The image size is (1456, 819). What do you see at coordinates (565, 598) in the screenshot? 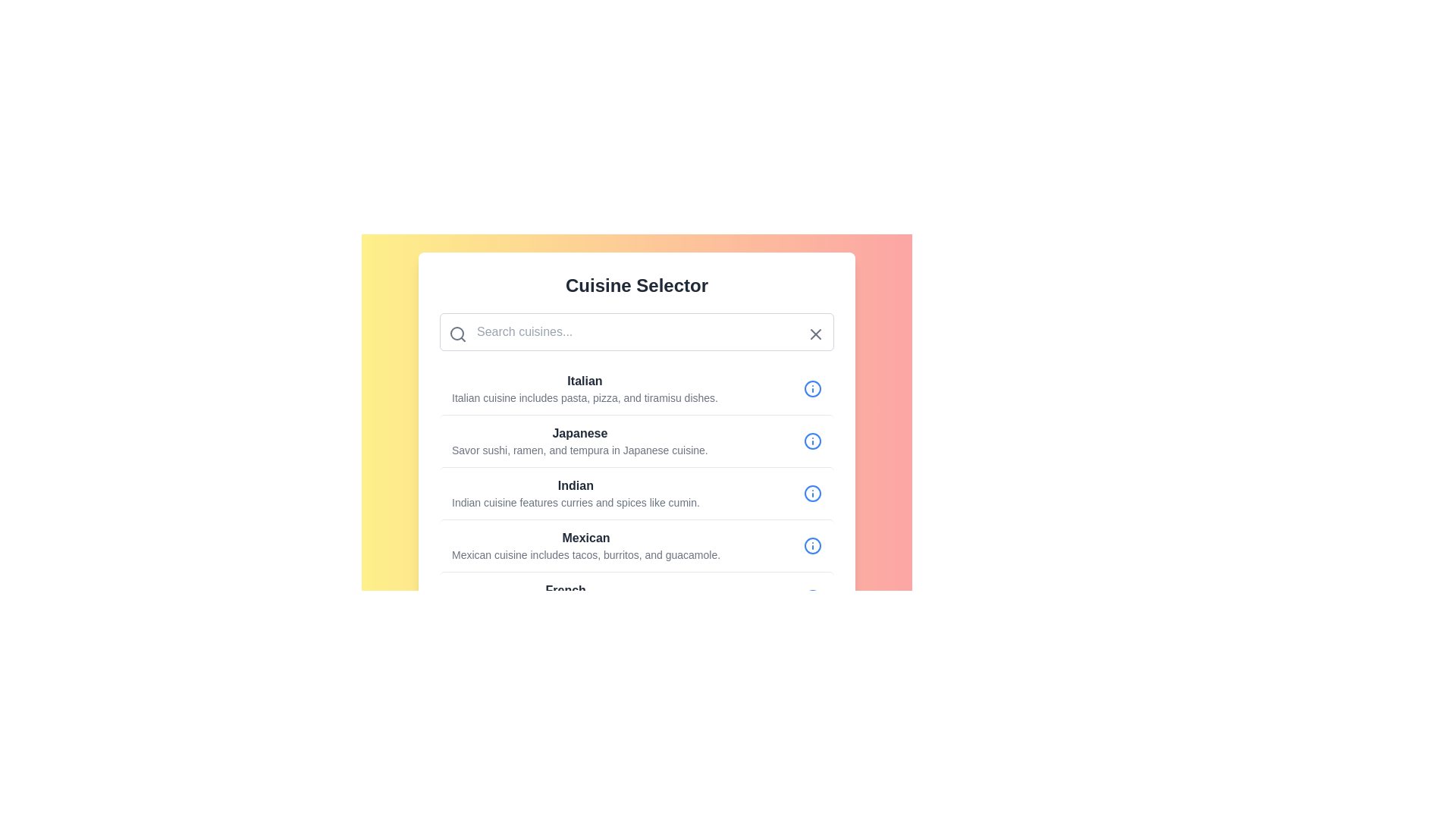
I see `information displayed in the text block titled 'French' which describes French cuisine, located at the bottom of the 'Cuisine Selector' section` at bounding box center [565, 598].